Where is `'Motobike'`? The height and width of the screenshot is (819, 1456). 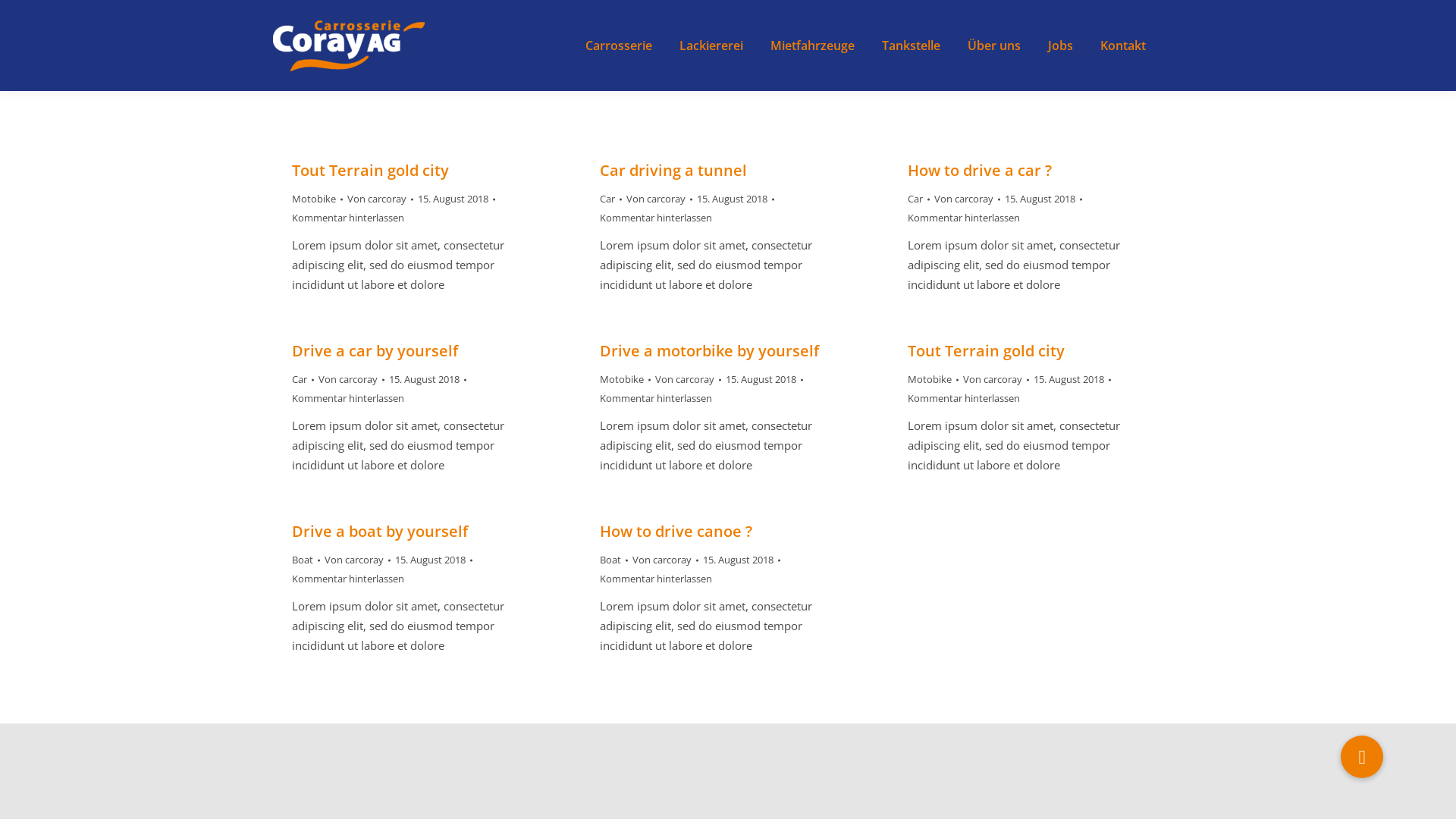 'Motobike' is located at coordinates (312, 198).